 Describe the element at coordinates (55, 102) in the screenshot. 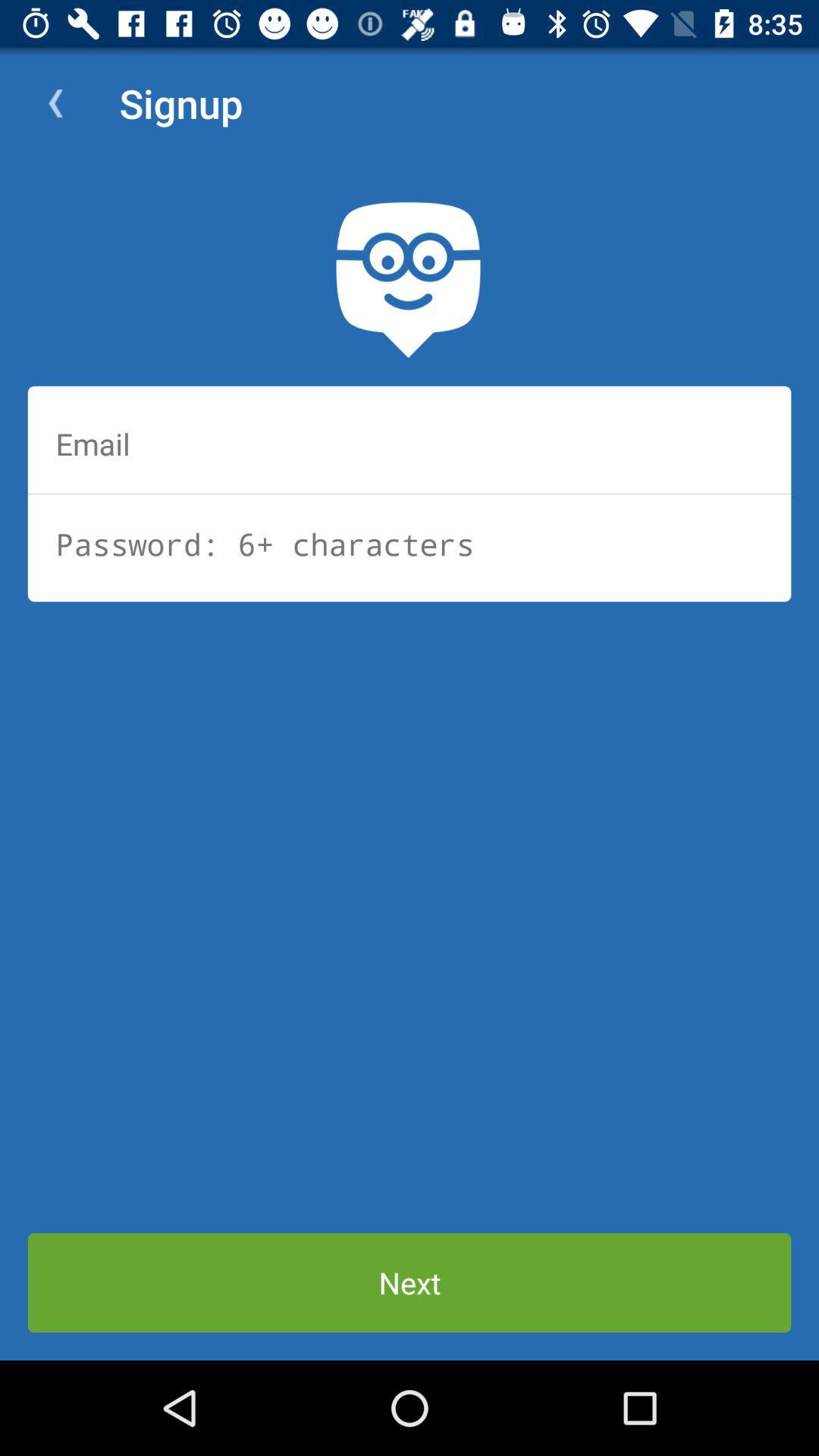

I see `icon next to signup item` at that location.